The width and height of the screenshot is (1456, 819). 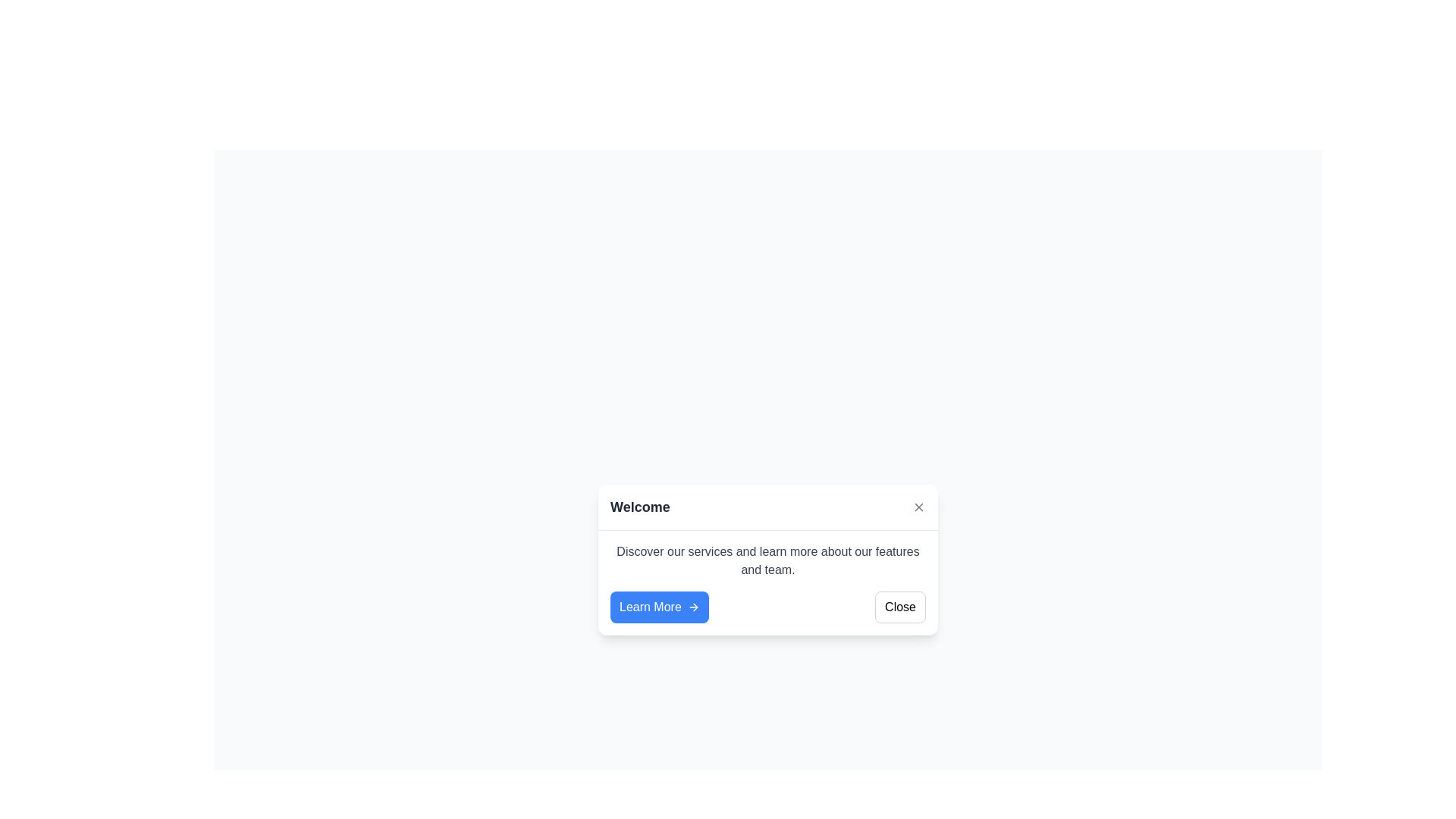 What do you see at coordinates (918, 507) in the screenshot?
I see `the small, non-filled 'X' icon resembling two intersecting lines in the top-right corner of the modal dialog box` at bounding box center [918, 507].